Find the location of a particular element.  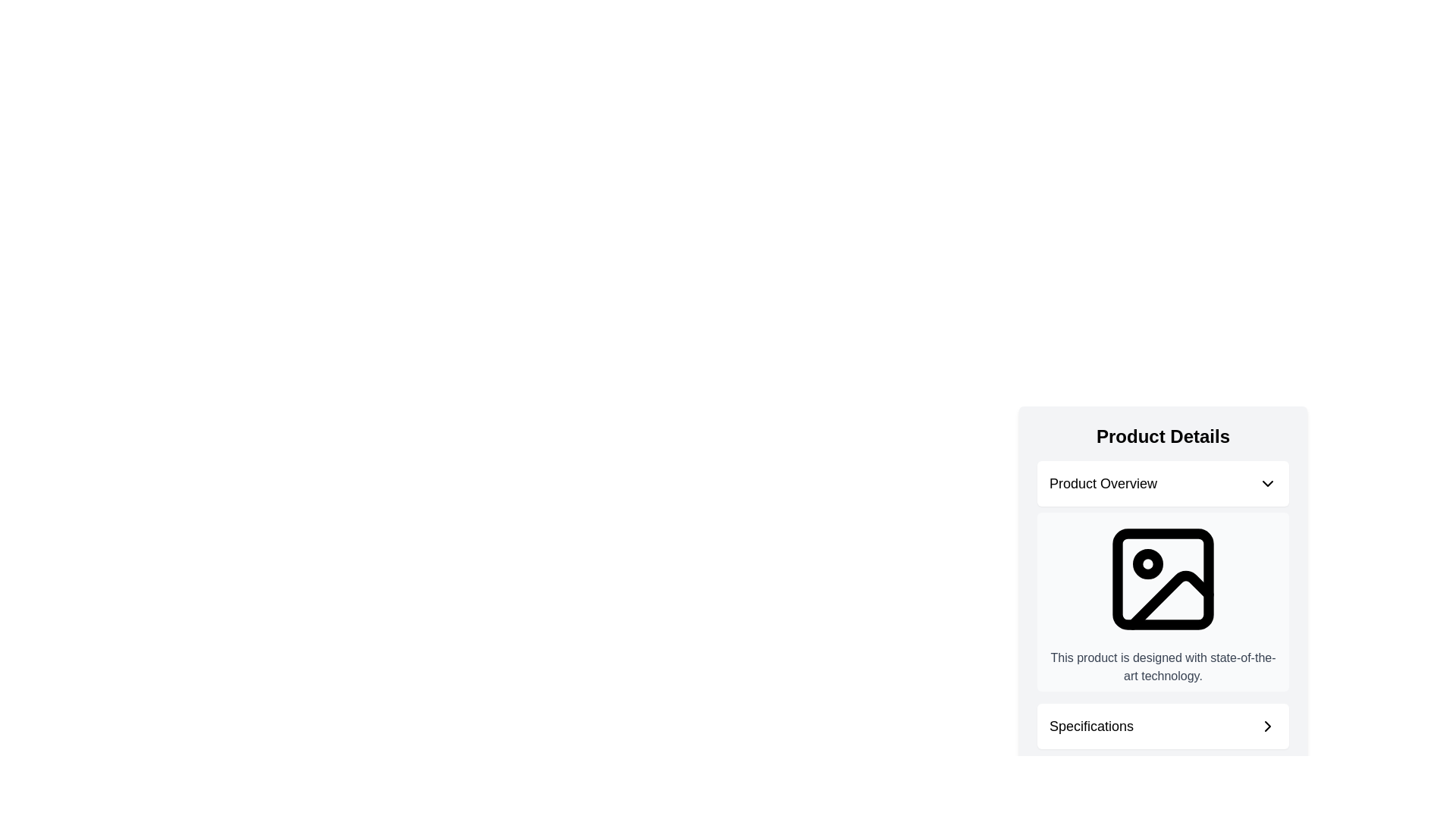

the descriptive text about the product's features located at the bottom of the 'Product Details' section, specifically under 'Product Overview', positioned directly underneath an image icon is located at coordinates (1163, 666).